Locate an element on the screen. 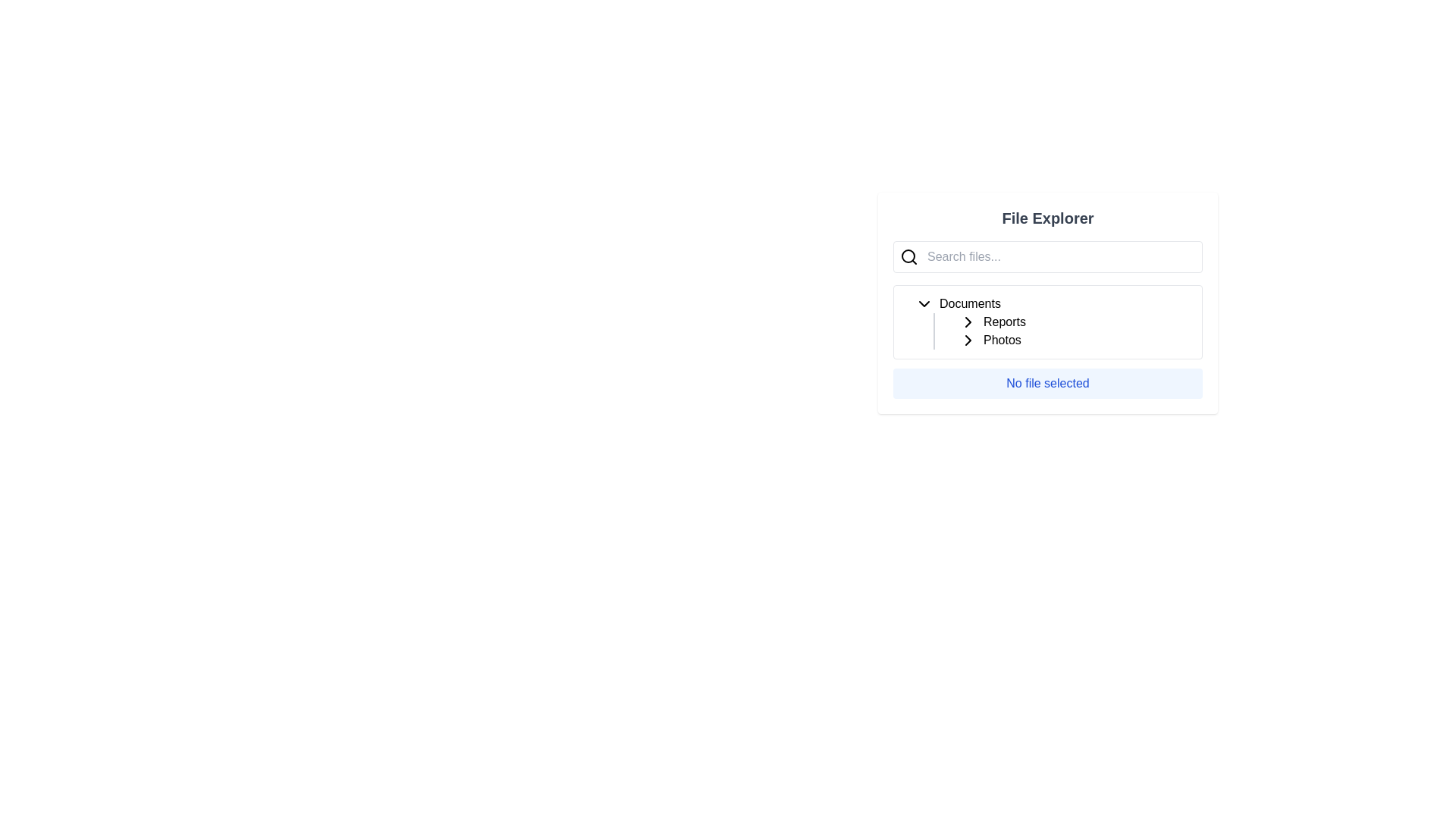  the magnifying glass icon located on the left side of the text input field in the inline search bar to initiate a search is located at coordinates (909, 256).